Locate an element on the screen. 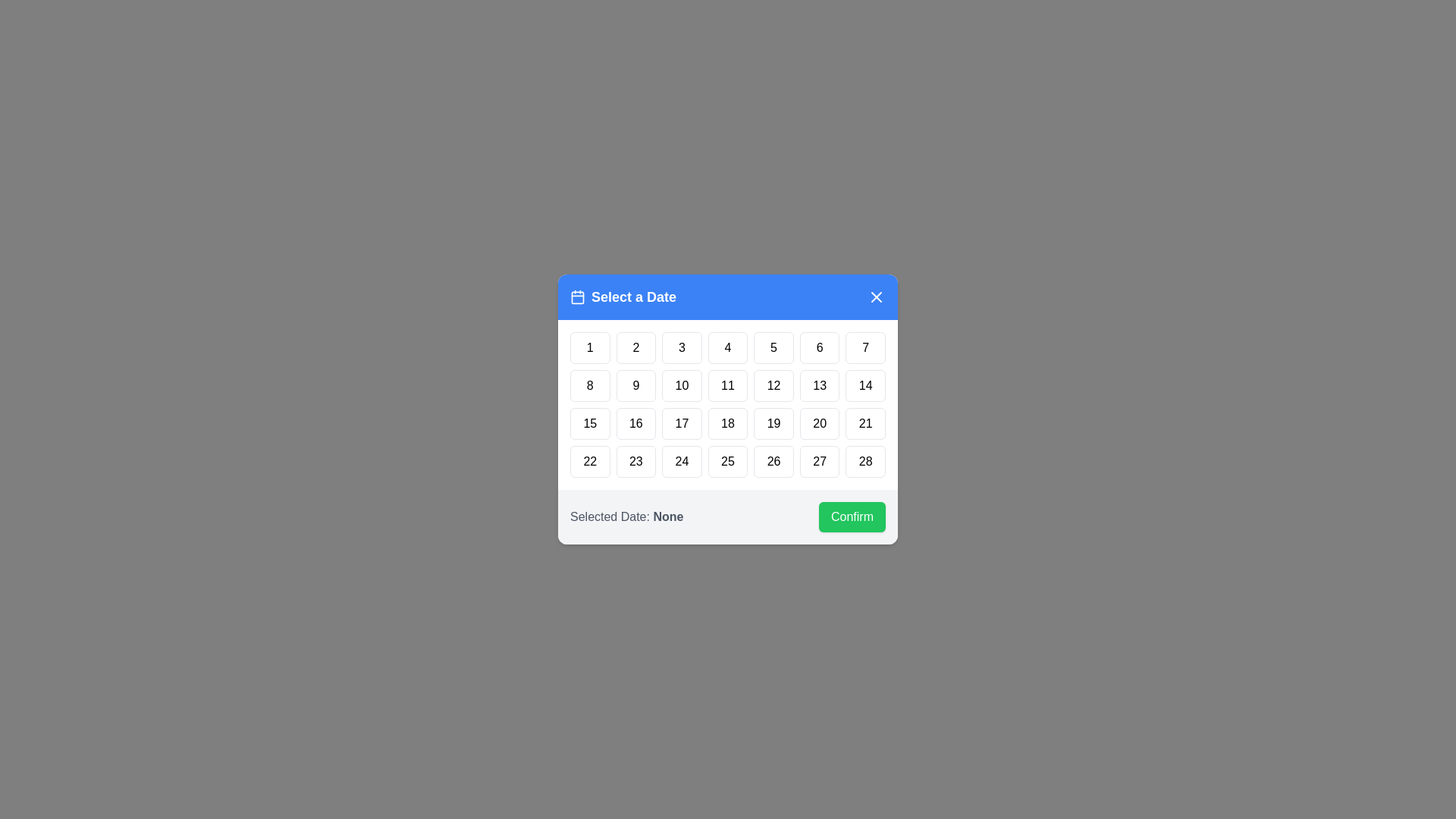 Image resolution: width=1456 pixels, height=819 pixels. the button representing the day 9 to select that date is located at coordinates (636, 385).